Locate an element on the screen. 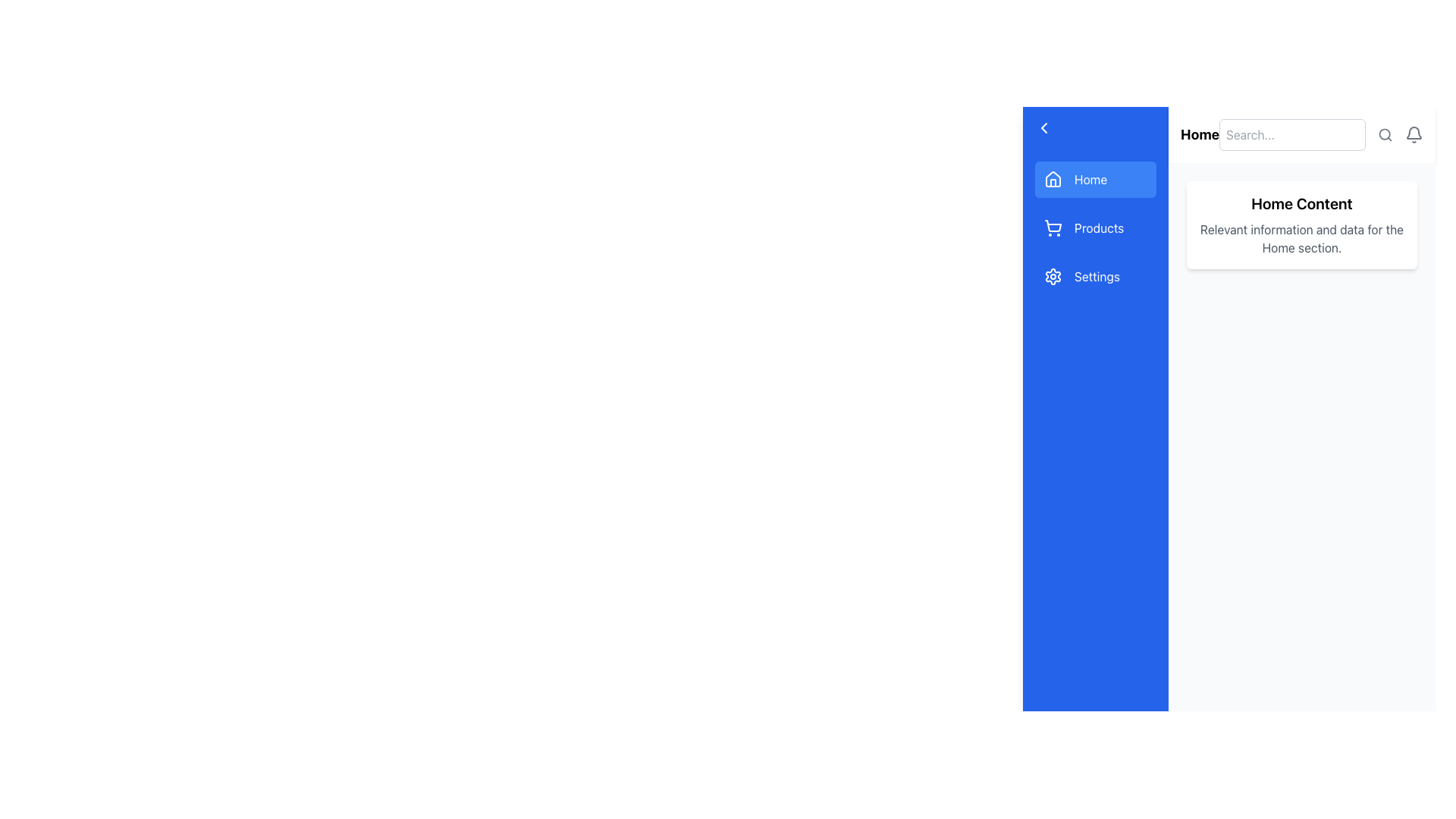 Image resolution: width=1456 pixels, height=819 pixels. the SVG Circle that represents the search feature, located at the top right corner of the interface is located at coordinates (1385, 133).